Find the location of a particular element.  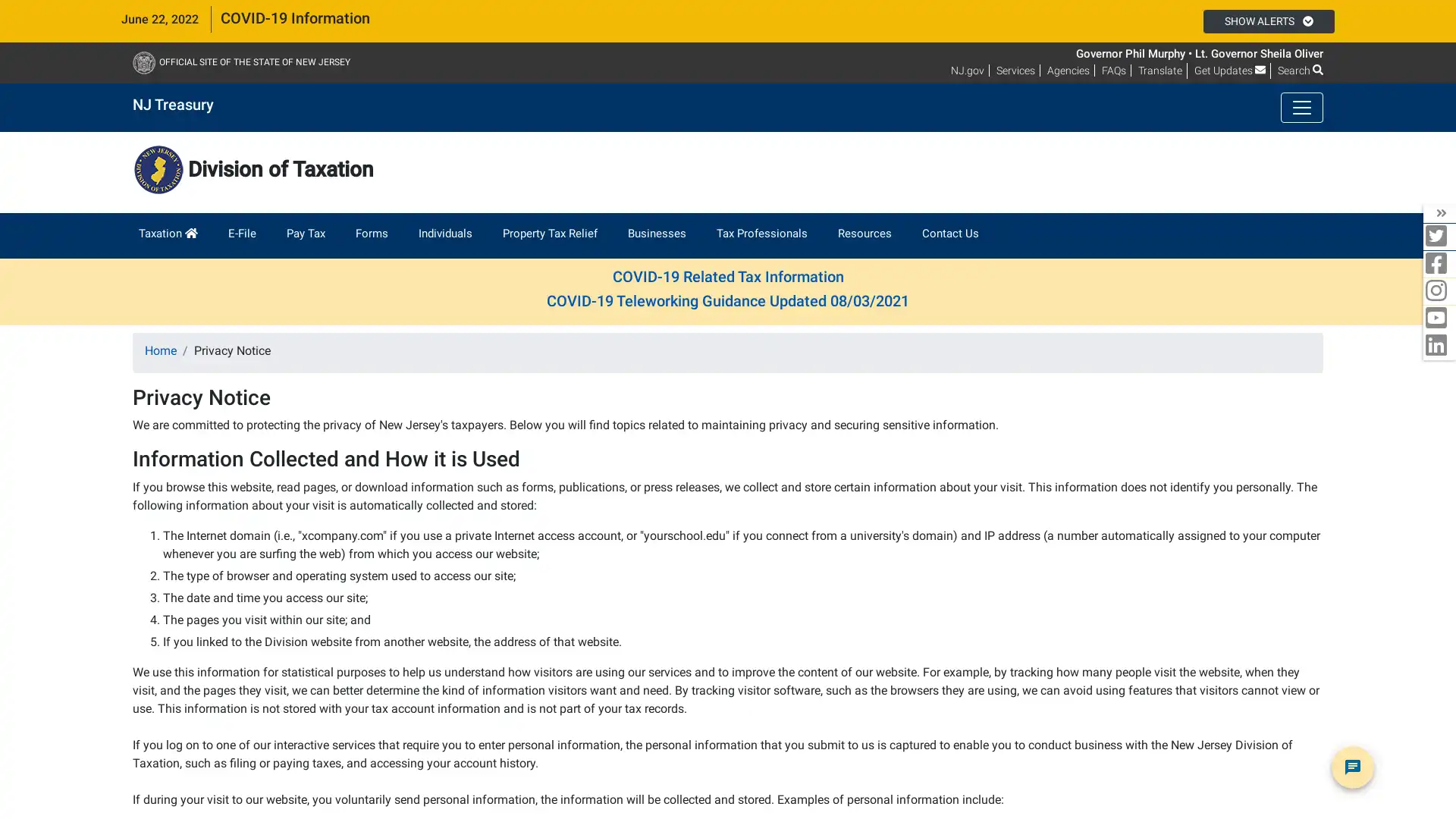

Get Updates is located at coordinates (1230, 70).